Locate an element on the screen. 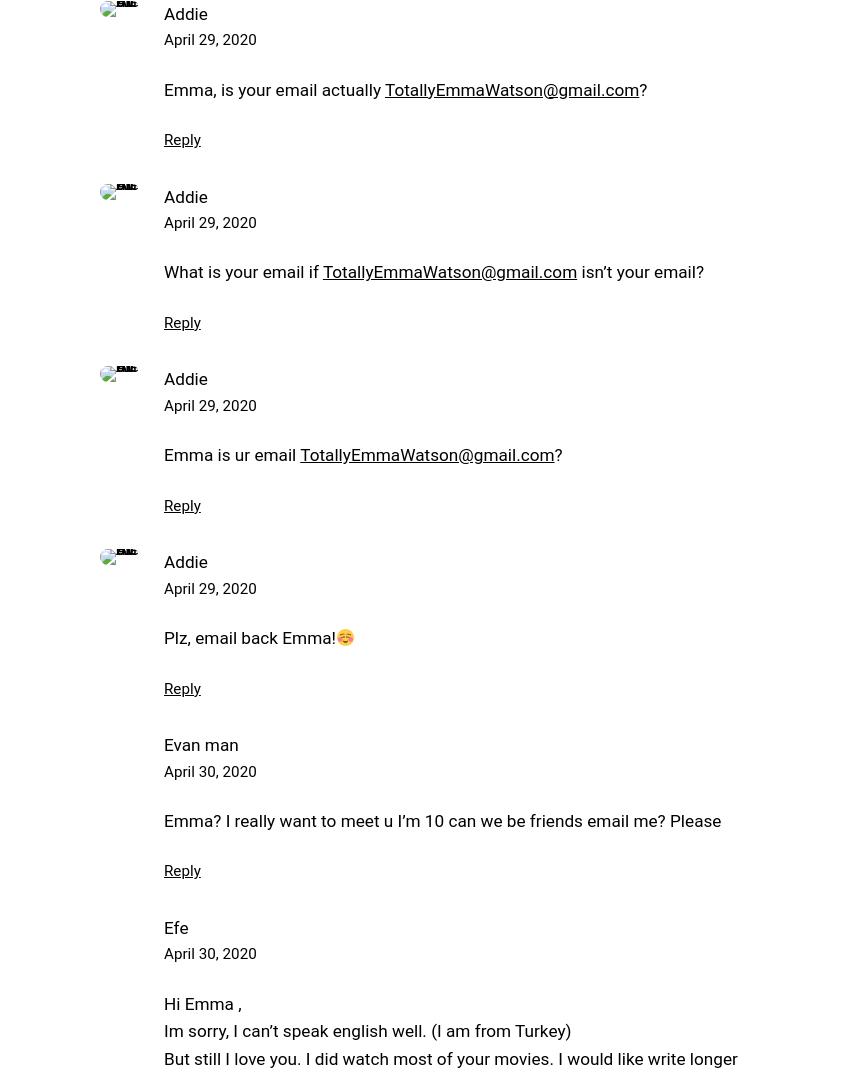  'Im sorry, I can’t speak english well. (I am from Turkey)' is located at coordinates (366, 1031).